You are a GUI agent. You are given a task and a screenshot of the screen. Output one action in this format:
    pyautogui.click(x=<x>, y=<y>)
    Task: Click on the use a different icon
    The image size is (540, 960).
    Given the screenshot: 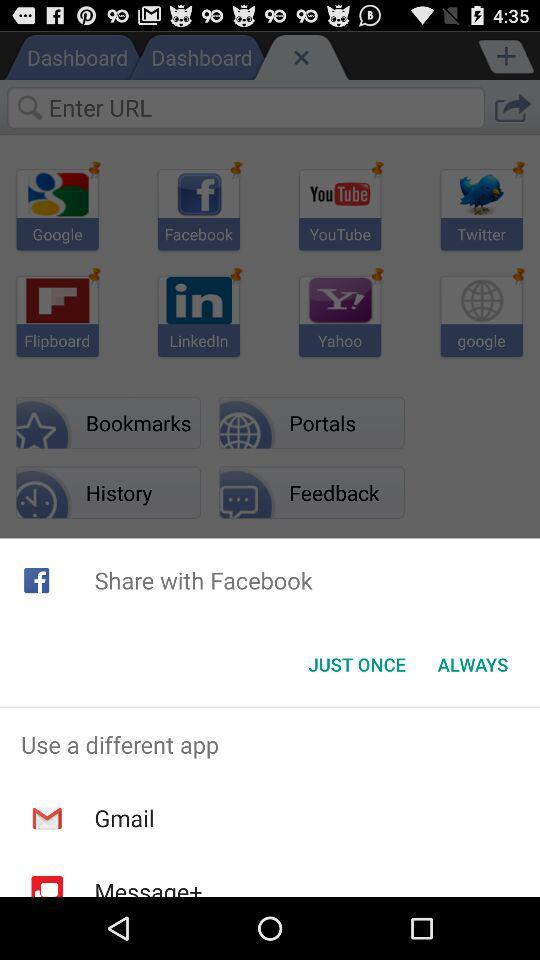 What is the action you would take?
    pyautogui.click(x=270, y=743)
    